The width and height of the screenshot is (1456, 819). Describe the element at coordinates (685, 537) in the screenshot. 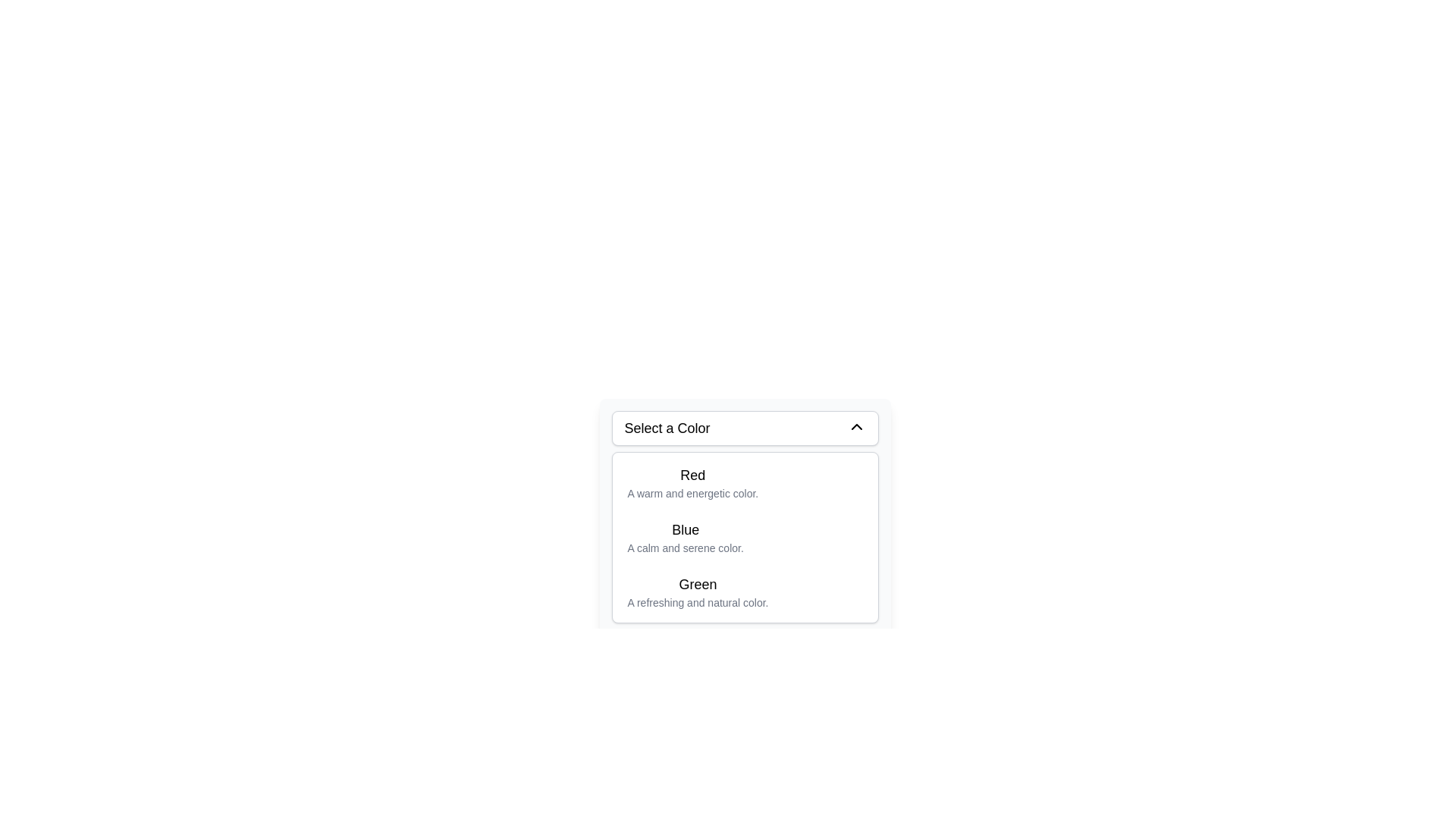

I see `on the list item displaying 'Blue'` at that location.